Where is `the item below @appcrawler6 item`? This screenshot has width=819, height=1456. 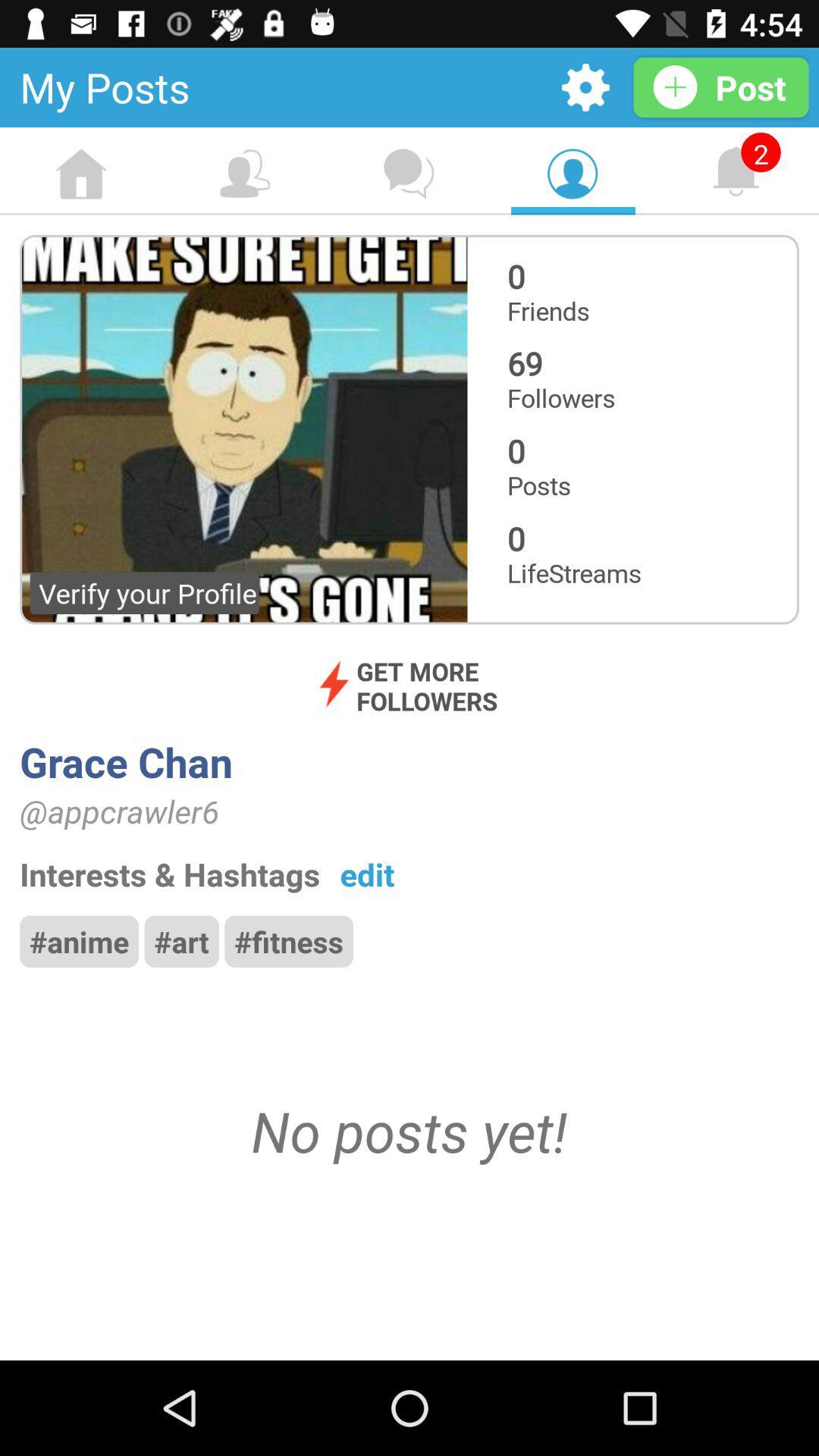 the item below @appcrawler6 item is located at coordinates (367, 874).